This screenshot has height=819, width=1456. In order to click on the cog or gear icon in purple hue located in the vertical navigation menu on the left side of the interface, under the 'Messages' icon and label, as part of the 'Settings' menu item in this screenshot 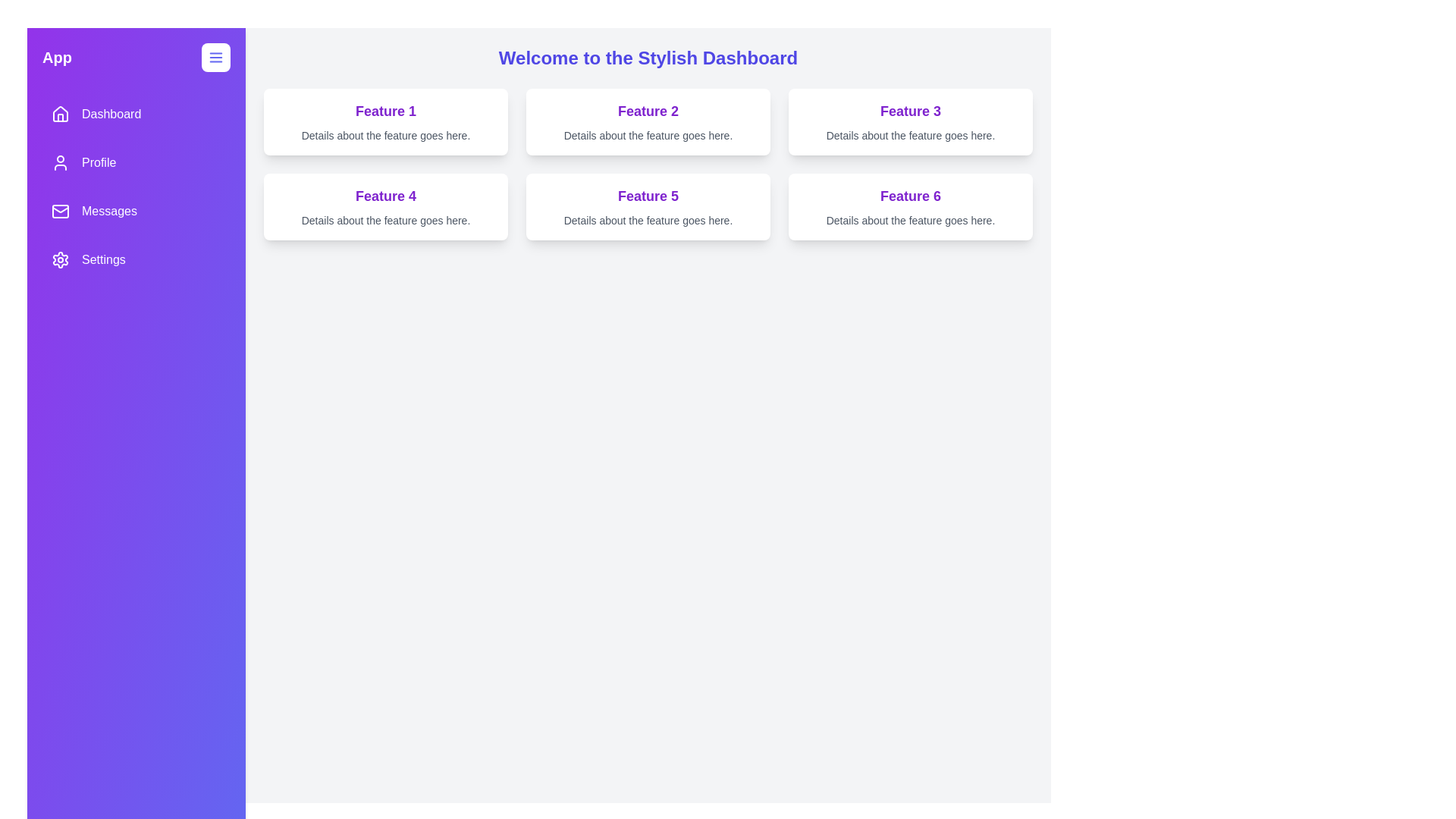, I will do `click(61, 259)`.